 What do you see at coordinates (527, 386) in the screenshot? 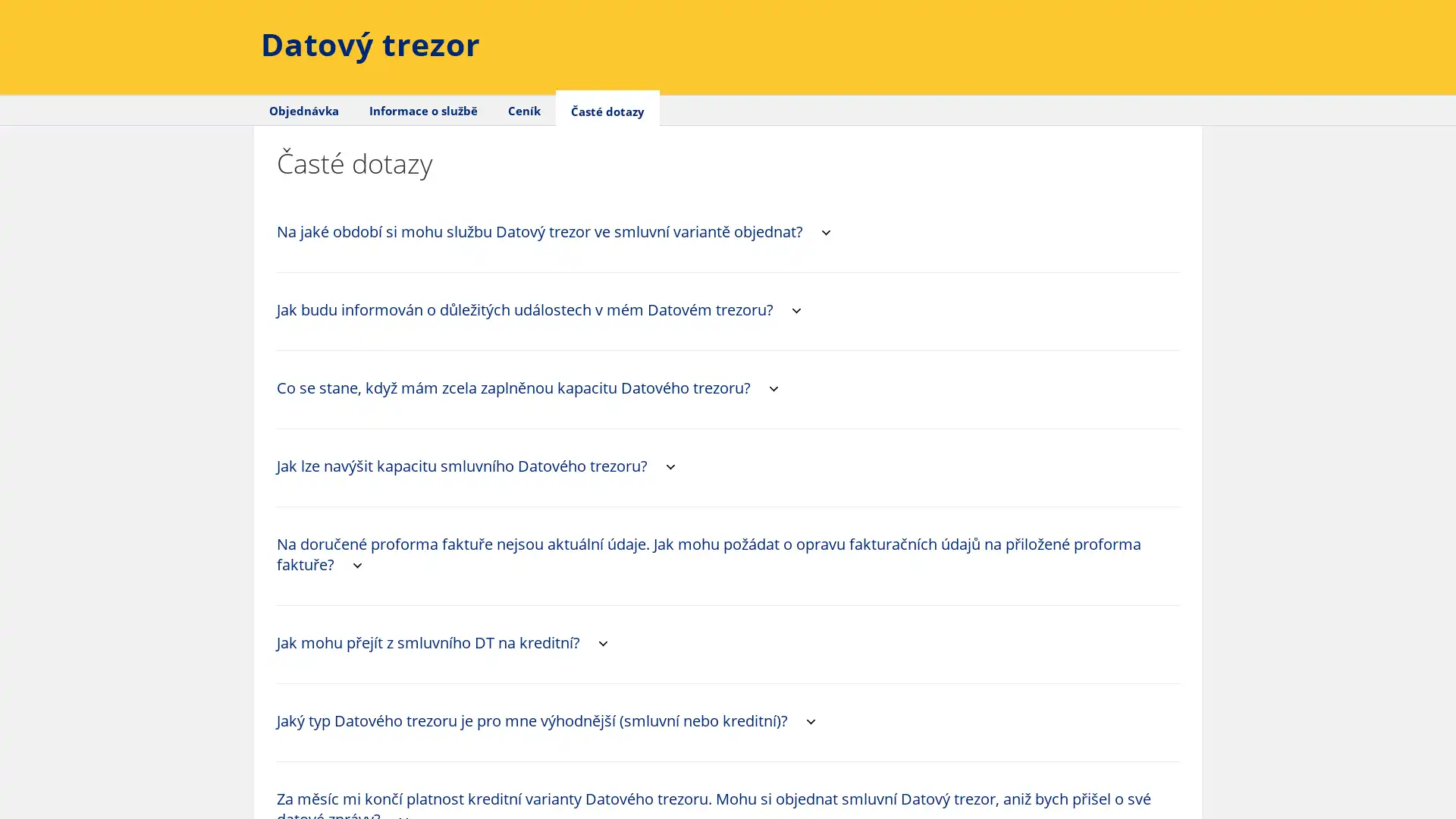
I see `Co se stane, kdyz mam zcela zaplnenou kapacitu Datoveho trezoru? collapse-arrow` at bounding box center [527, 386].